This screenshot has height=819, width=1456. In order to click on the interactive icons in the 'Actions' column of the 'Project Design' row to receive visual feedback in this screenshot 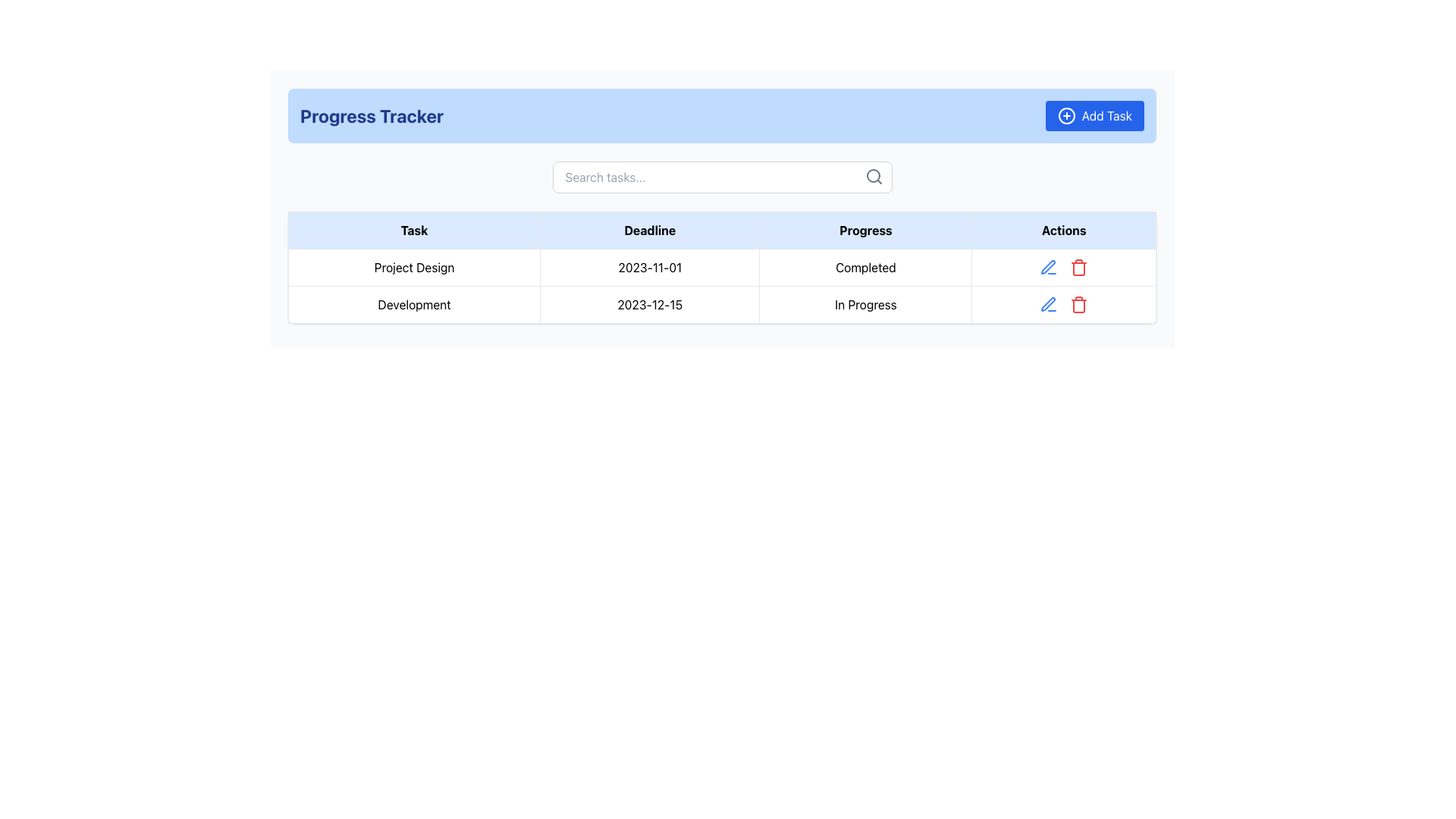, I will do `click(1063, 267)`.